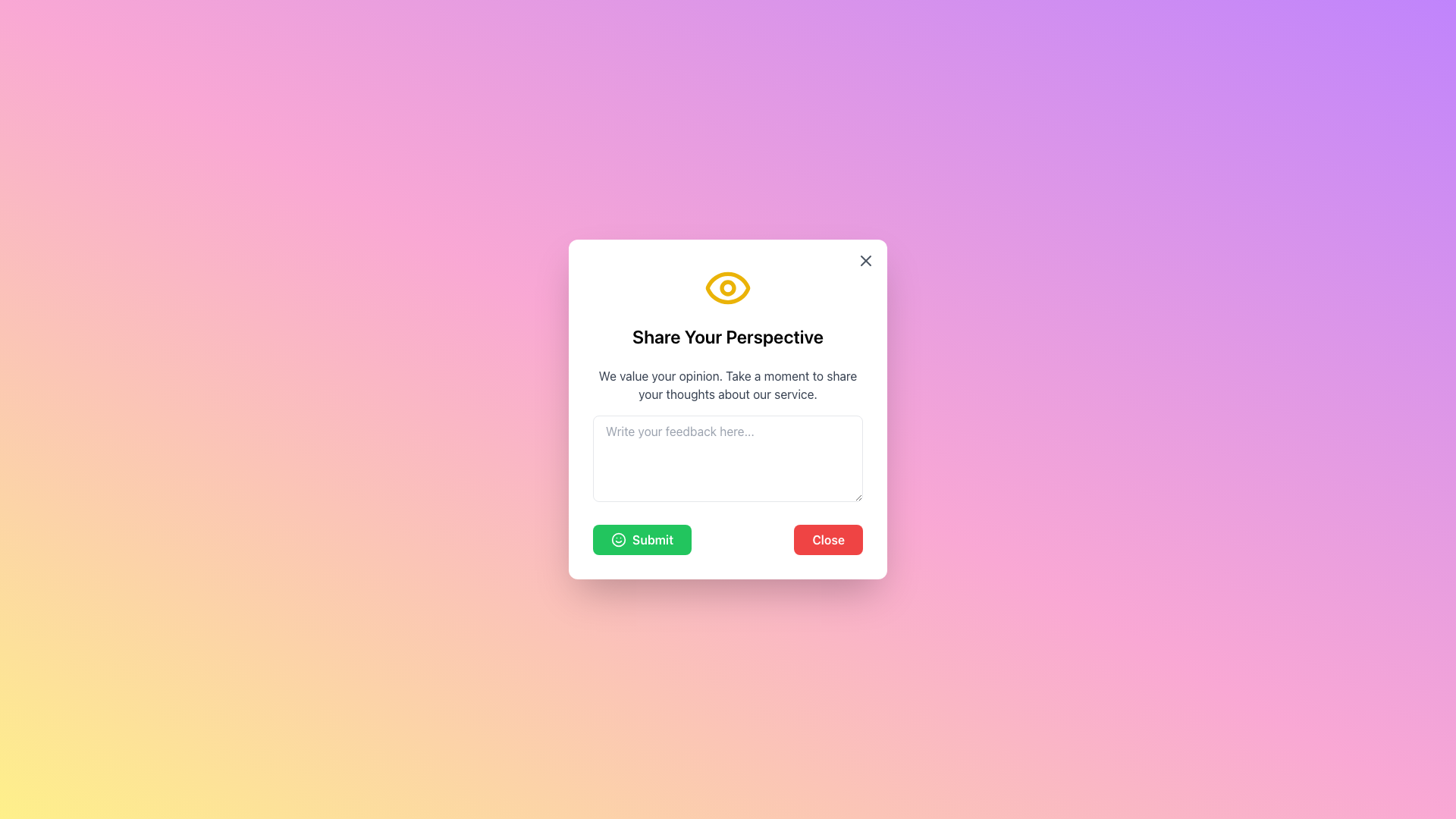 The image size is (1456, 819). What do you see at coordinates (827, 539) in the screenshot?
I see `the close button located at the bottom-right of the modal dialog to change its color to a darker shade` at bounding box center [827, 539].